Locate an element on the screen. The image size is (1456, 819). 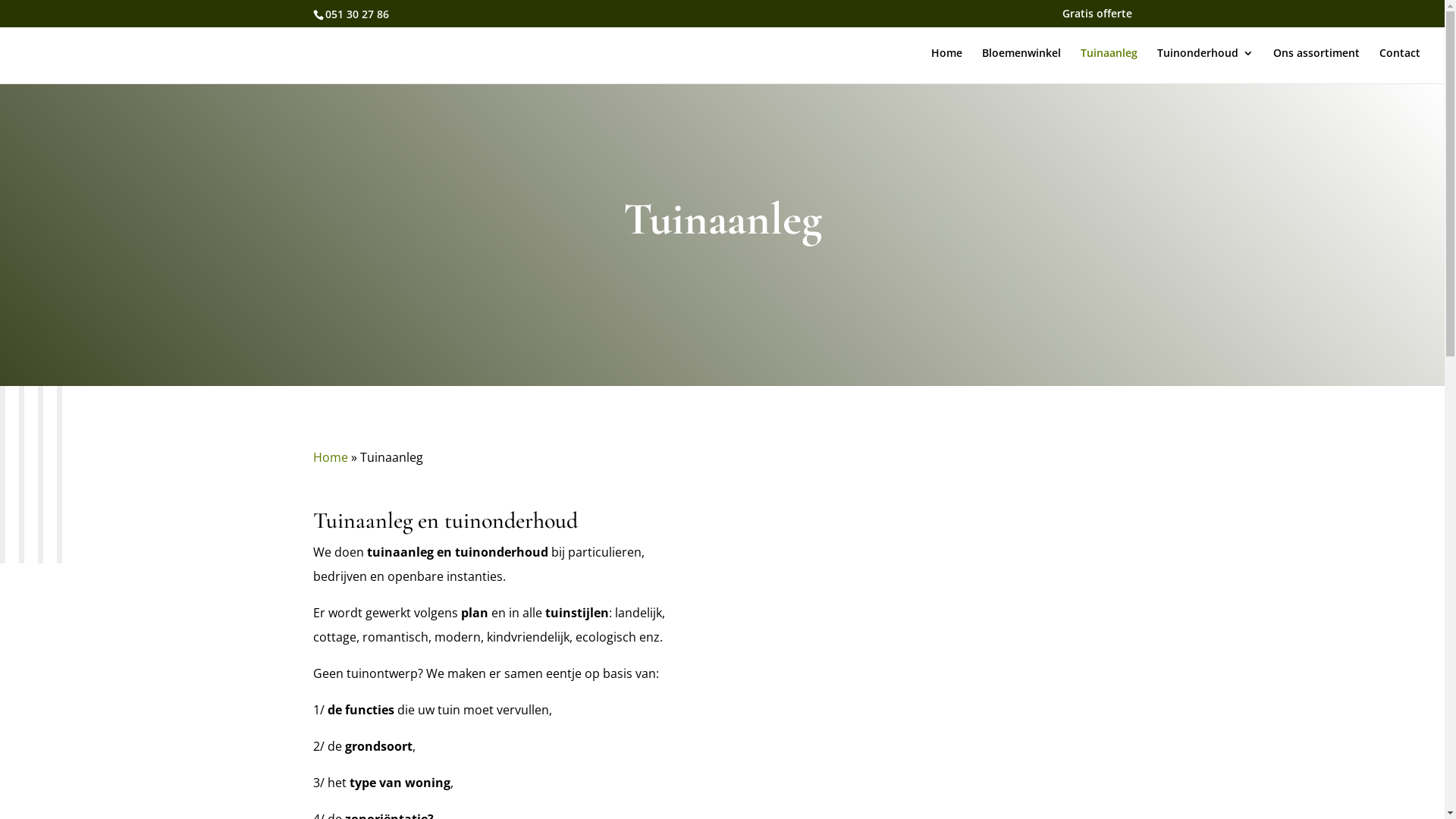
'Tuinonderhoud' is located at coordinates (1204, 64).